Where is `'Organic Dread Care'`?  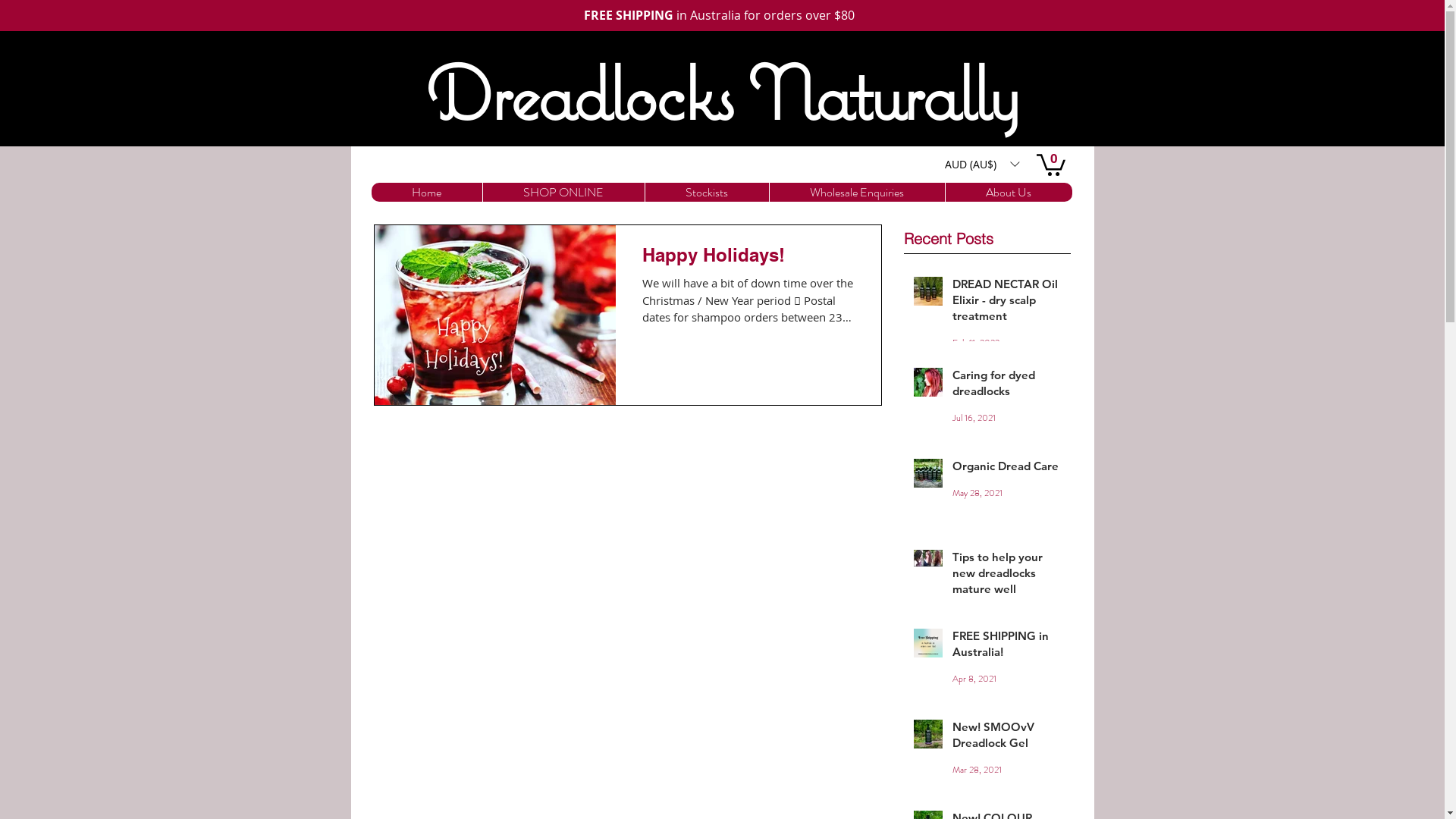 'Organic Dread Care' is located at coordinates (1007, 468).